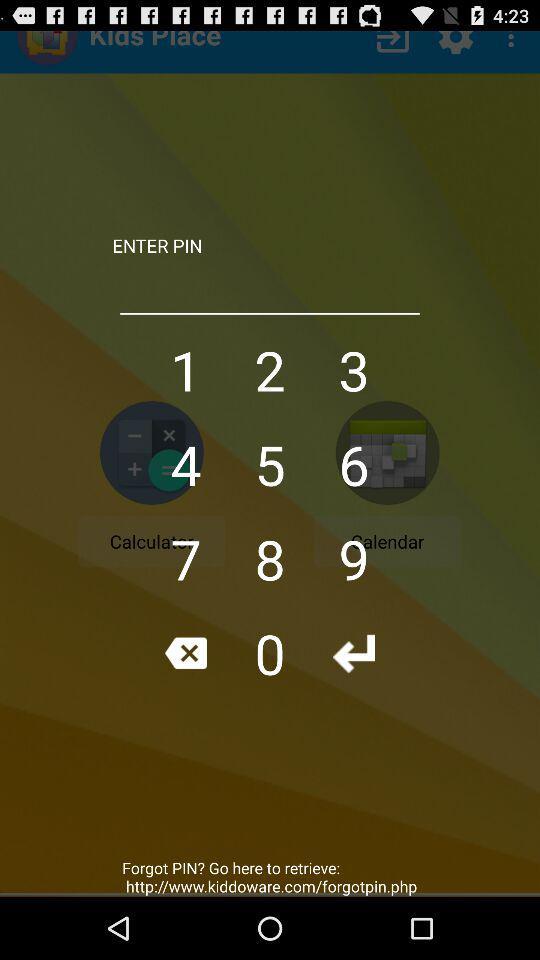 The height and width of the screenshot is (960, 540). What do you see at coordinates (185, 699) in the screenshot?
I see `the close icon` at bounding box center [185, 699].